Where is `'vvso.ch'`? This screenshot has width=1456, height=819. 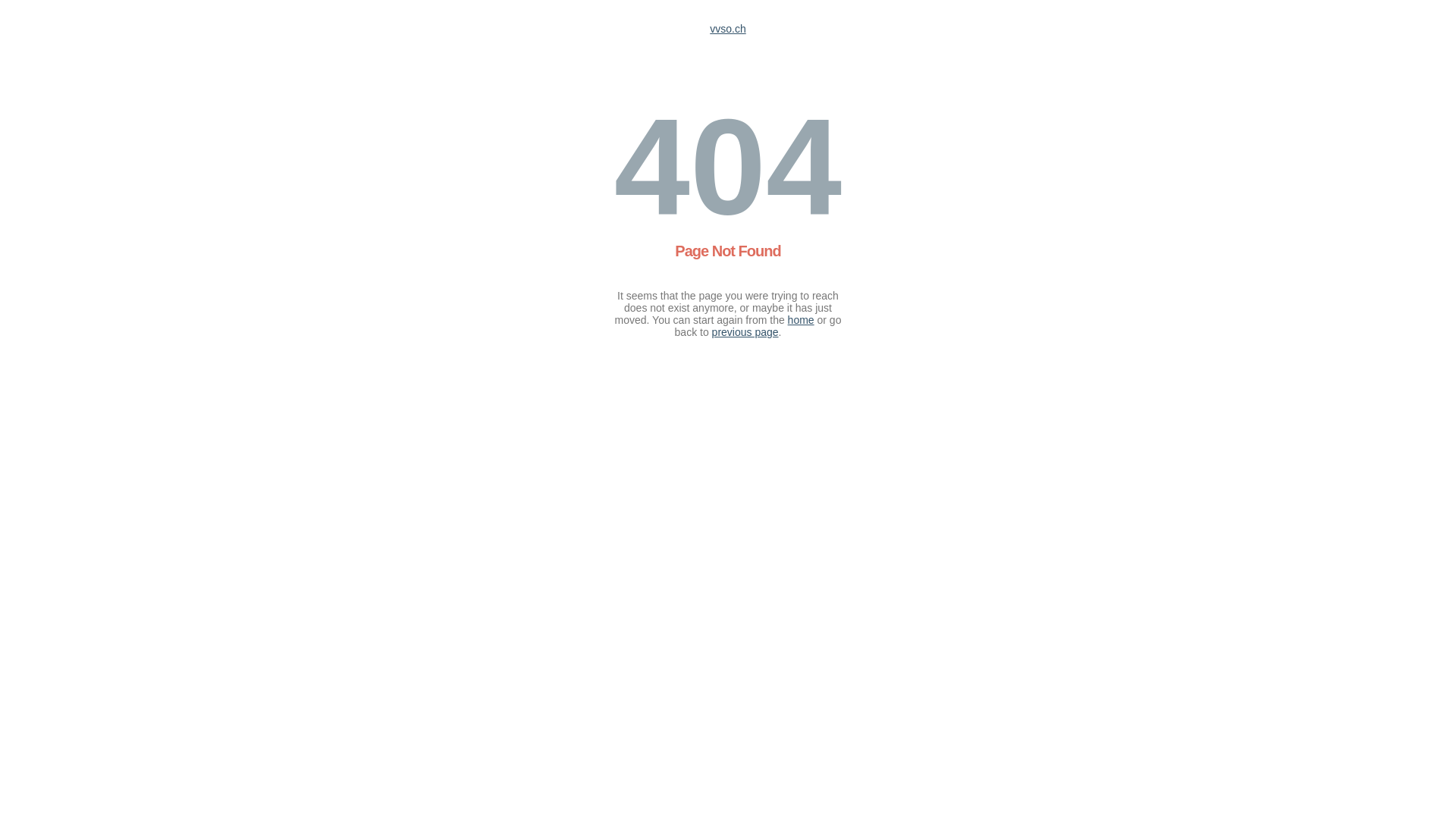 'vvso.ch' is located at coordinates (709, 29).